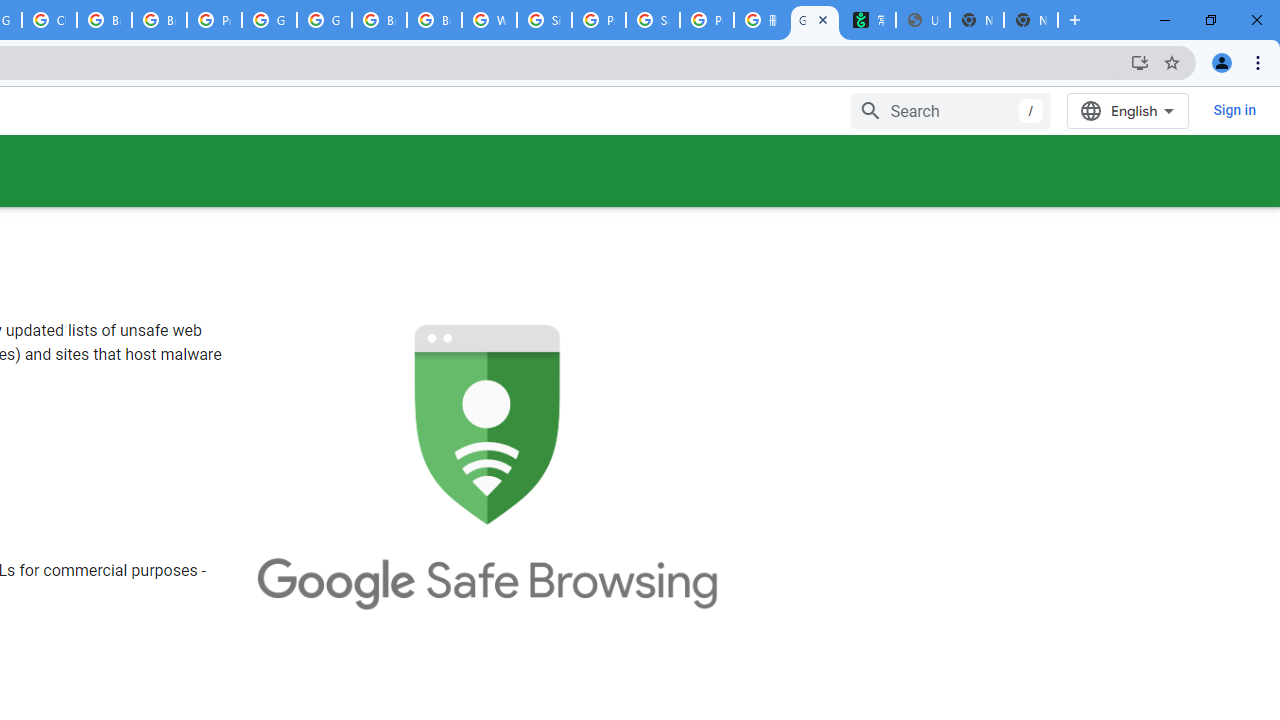 The width and height of the screenshot is (1280, 720). I want to click on 'Browse Chrome as a guest - Computer - Google Chrome Help', so click(103, 20).